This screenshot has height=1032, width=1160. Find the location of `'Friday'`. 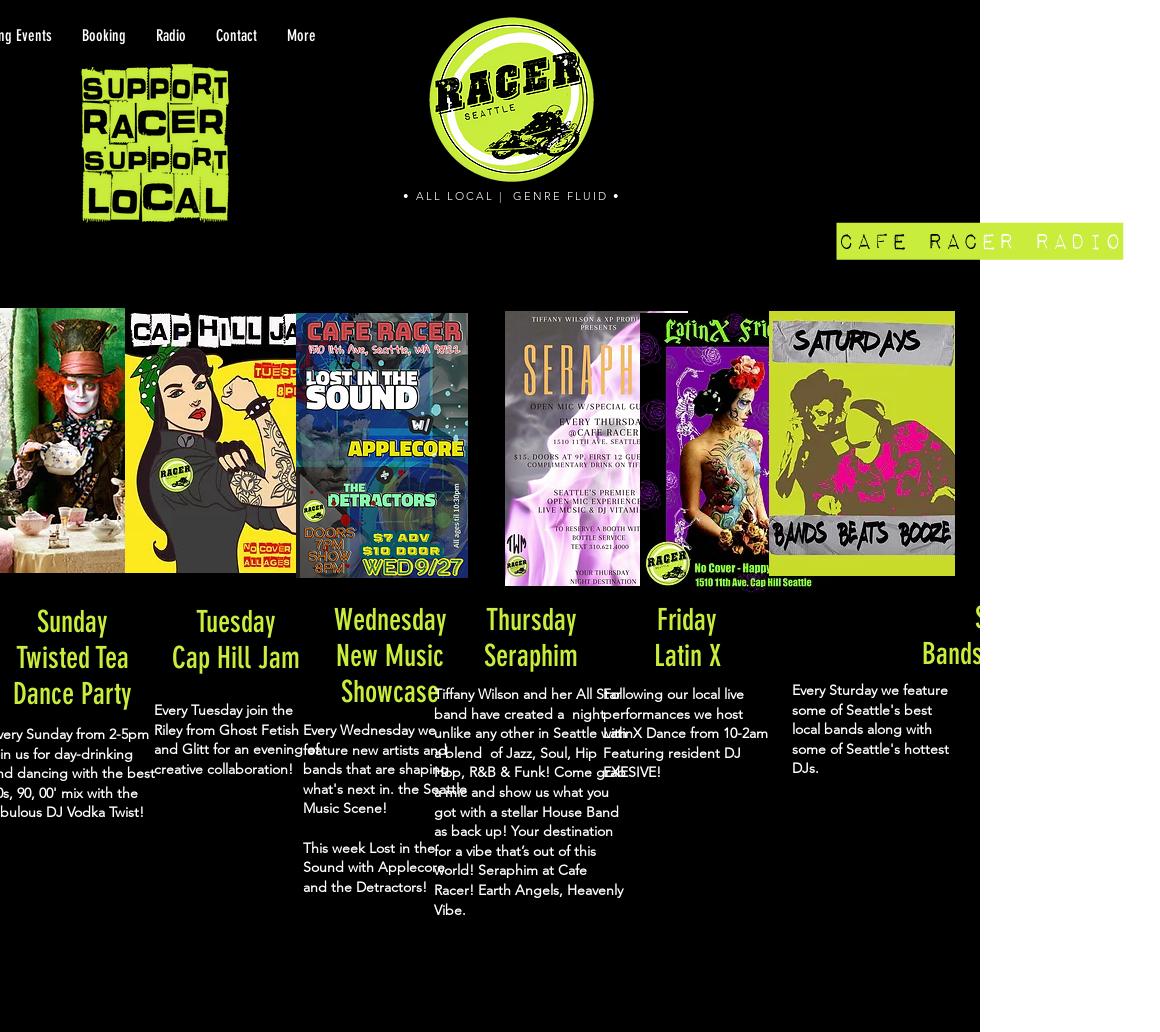

'Friday' is located at coordinates (685, 620).